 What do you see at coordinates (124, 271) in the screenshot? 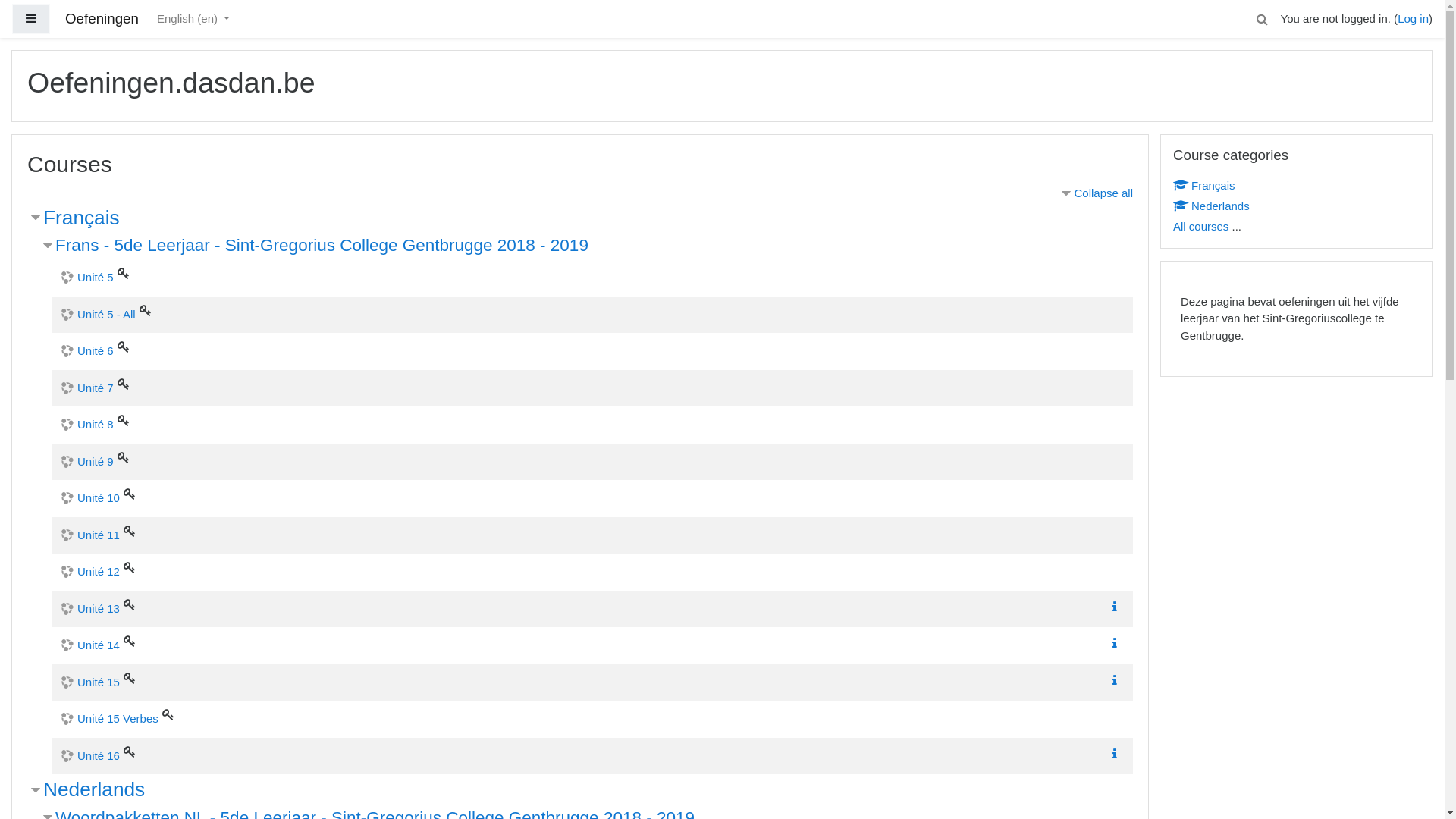
I see `'Self enrolment'` at bounding box center [124, 271].